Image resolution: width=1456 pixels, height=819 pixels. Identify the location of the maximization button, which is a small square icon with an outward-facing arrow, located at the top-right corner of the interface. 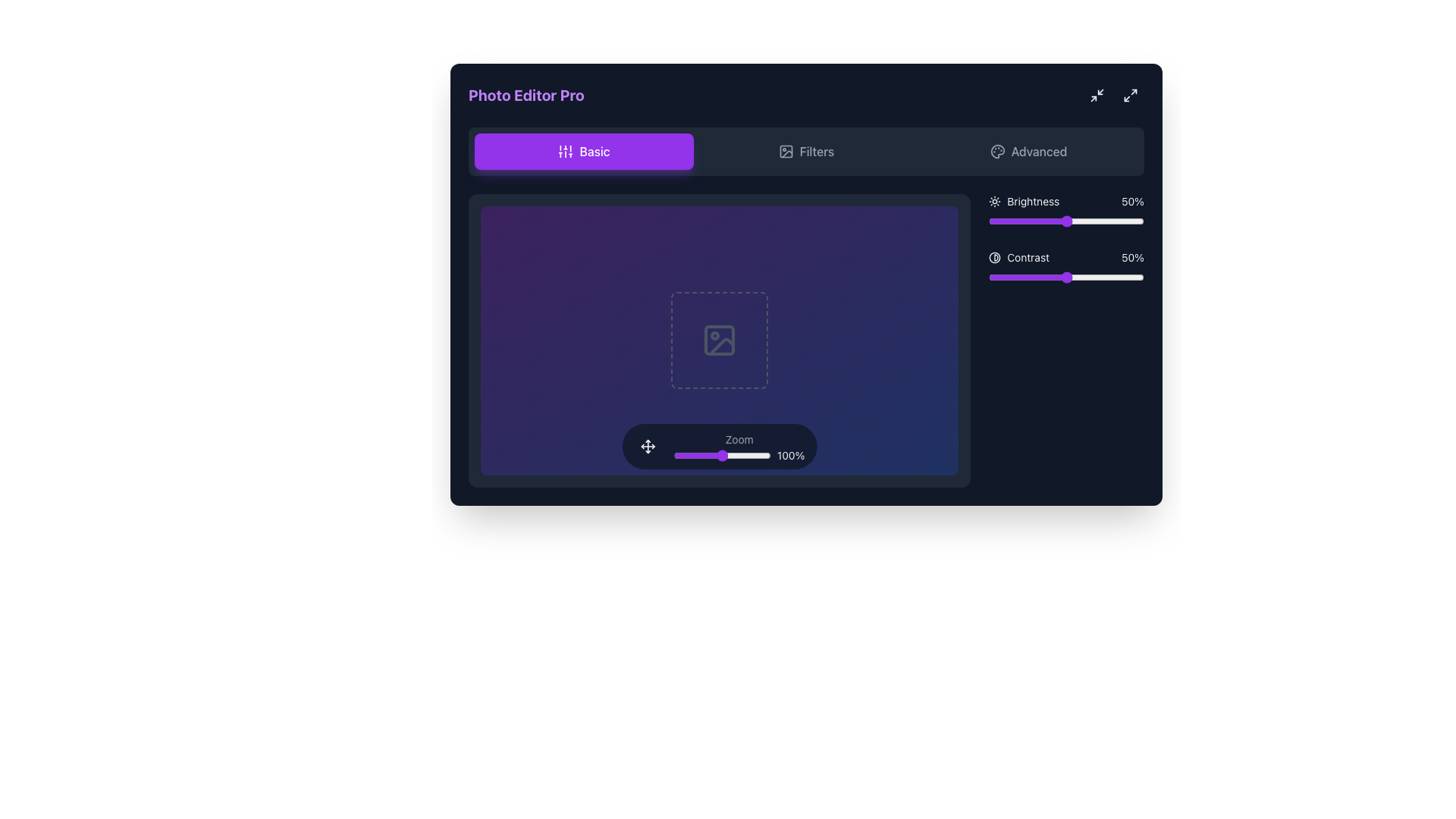
(1131, 96).